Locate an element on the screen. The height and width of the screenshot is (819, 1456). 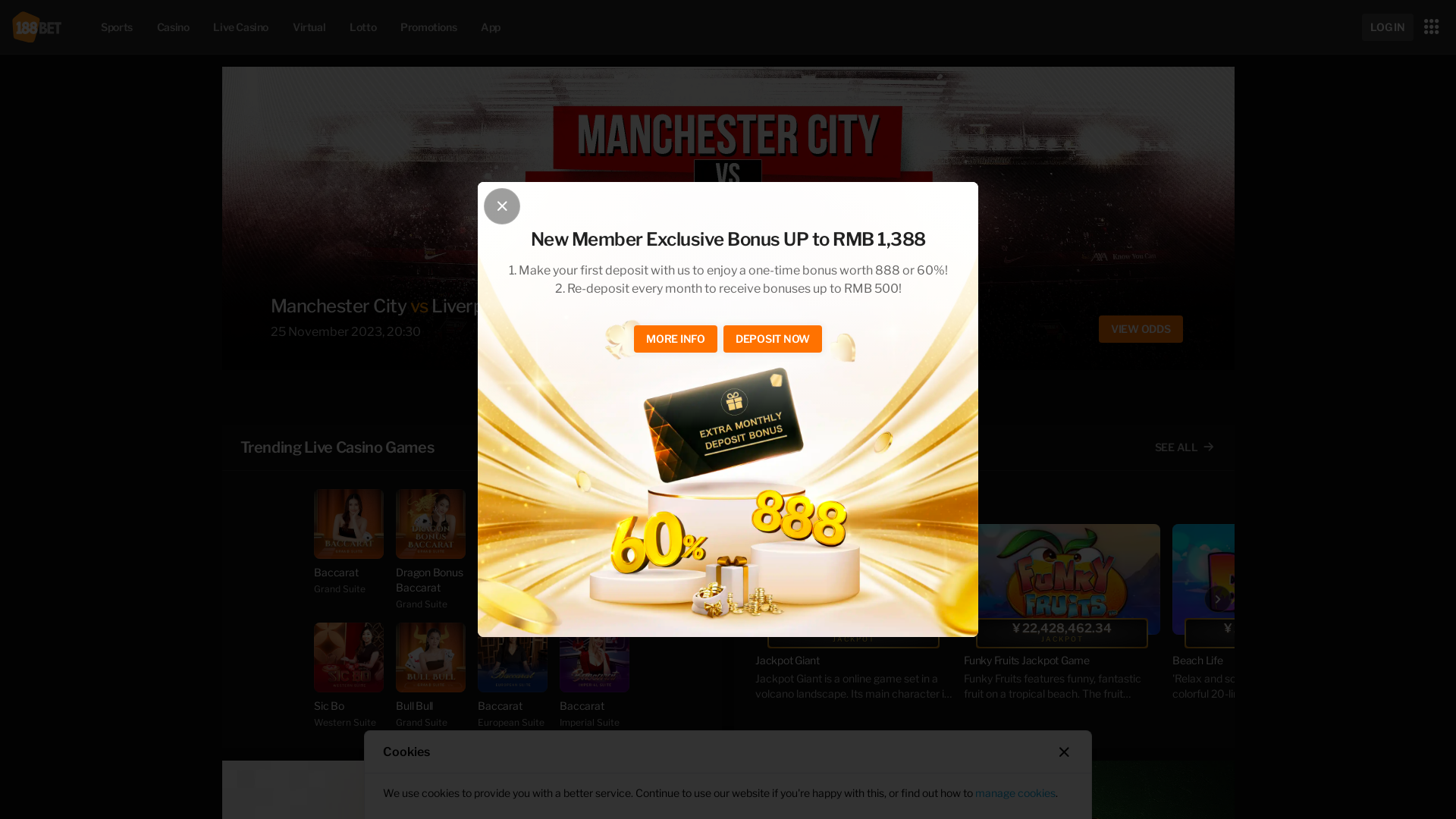
'Casino' is located at coordinates (173, 26).